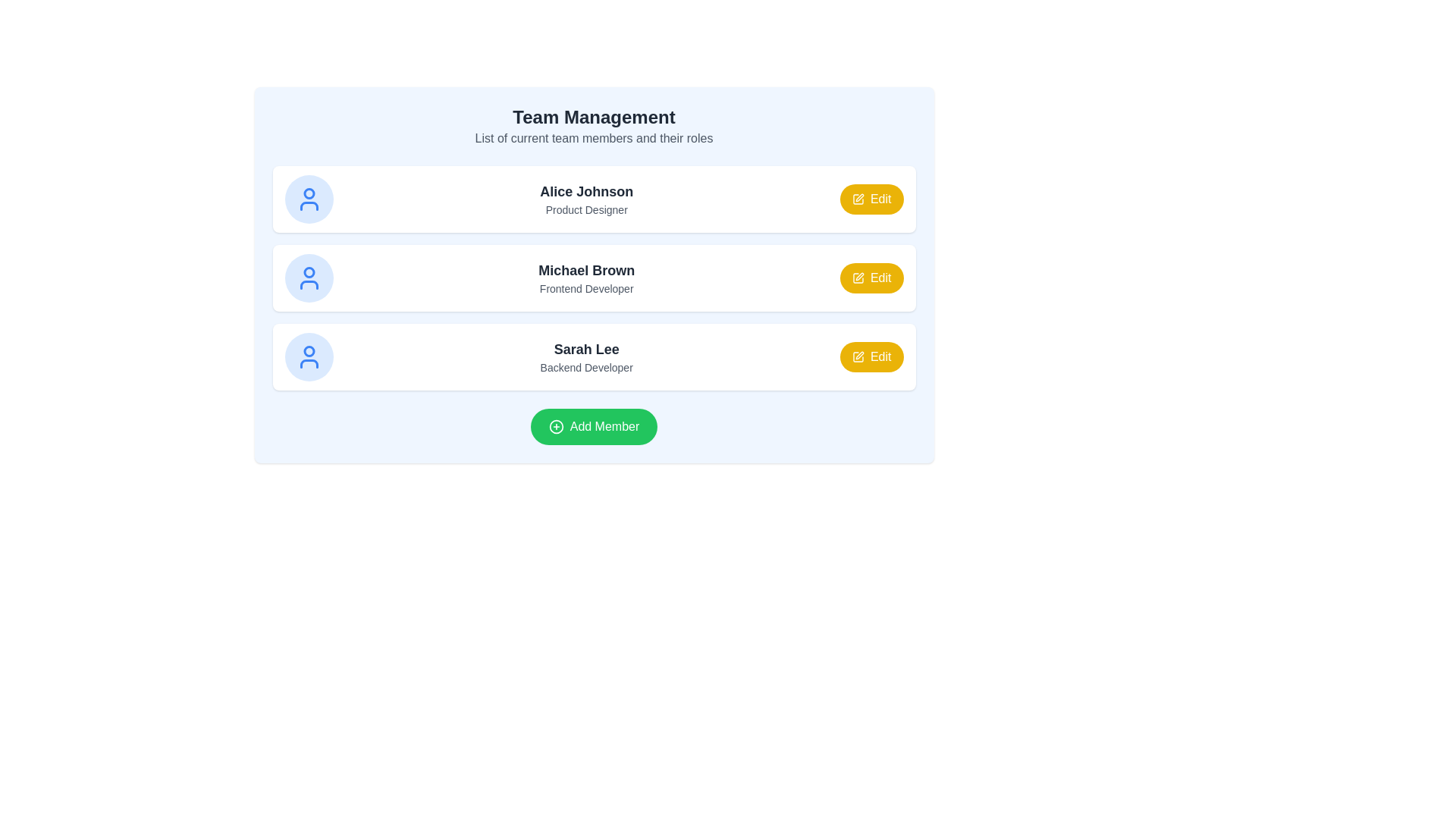  I want to click on the 'Edit' text label within the yellow edit button of the entry for 'Sarah Lee Backend Developer', so click(880, 356).